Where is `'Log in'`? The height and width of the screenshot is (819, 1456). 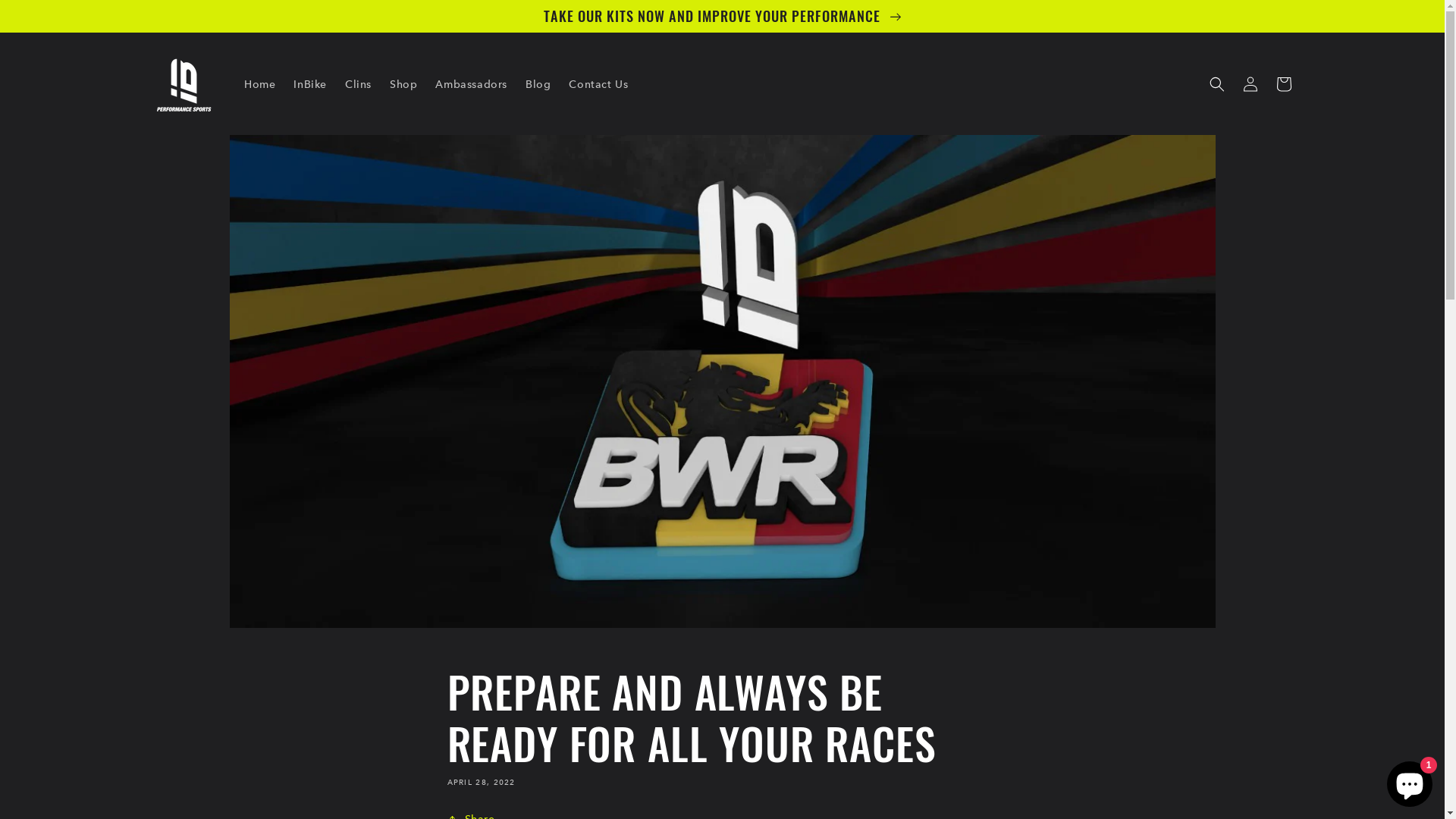
'Log in' is located at coordinates (1249, 84).